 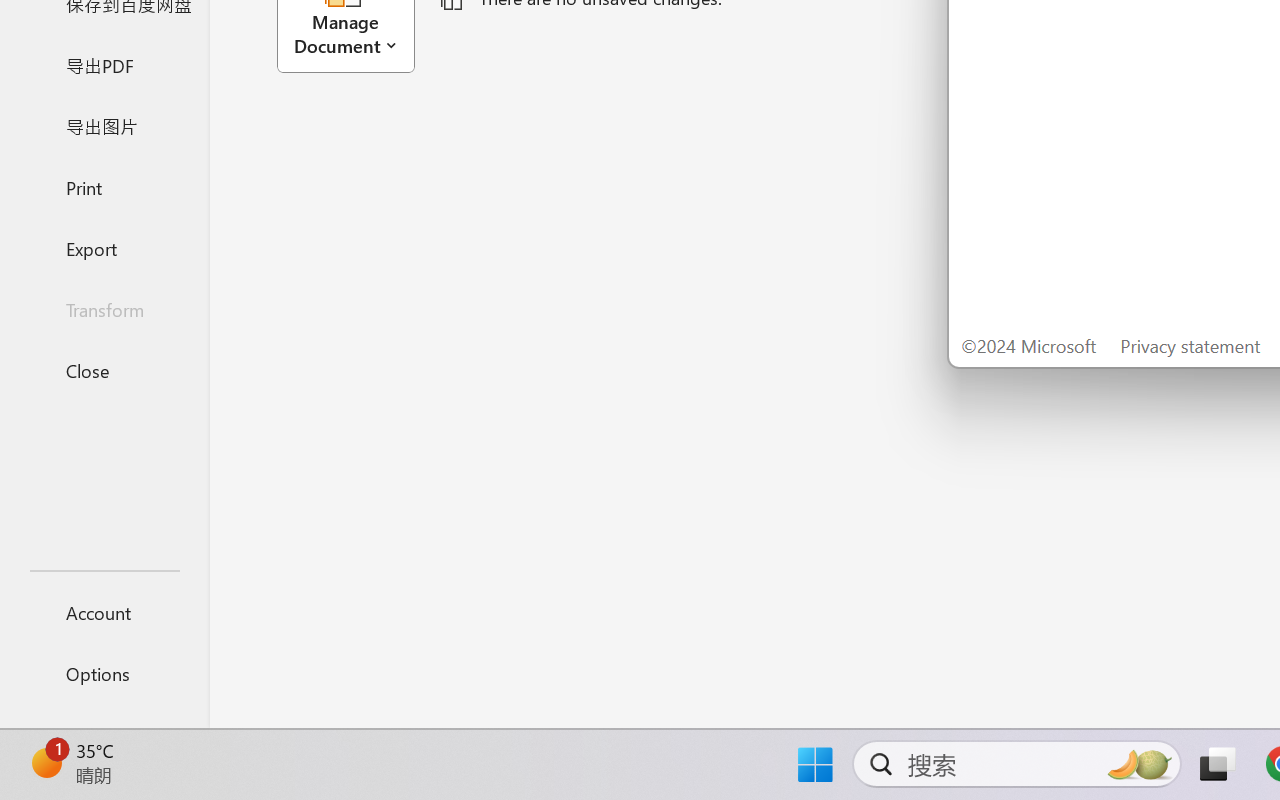 I want to click on 'Transform', so click(x=103, y=308).